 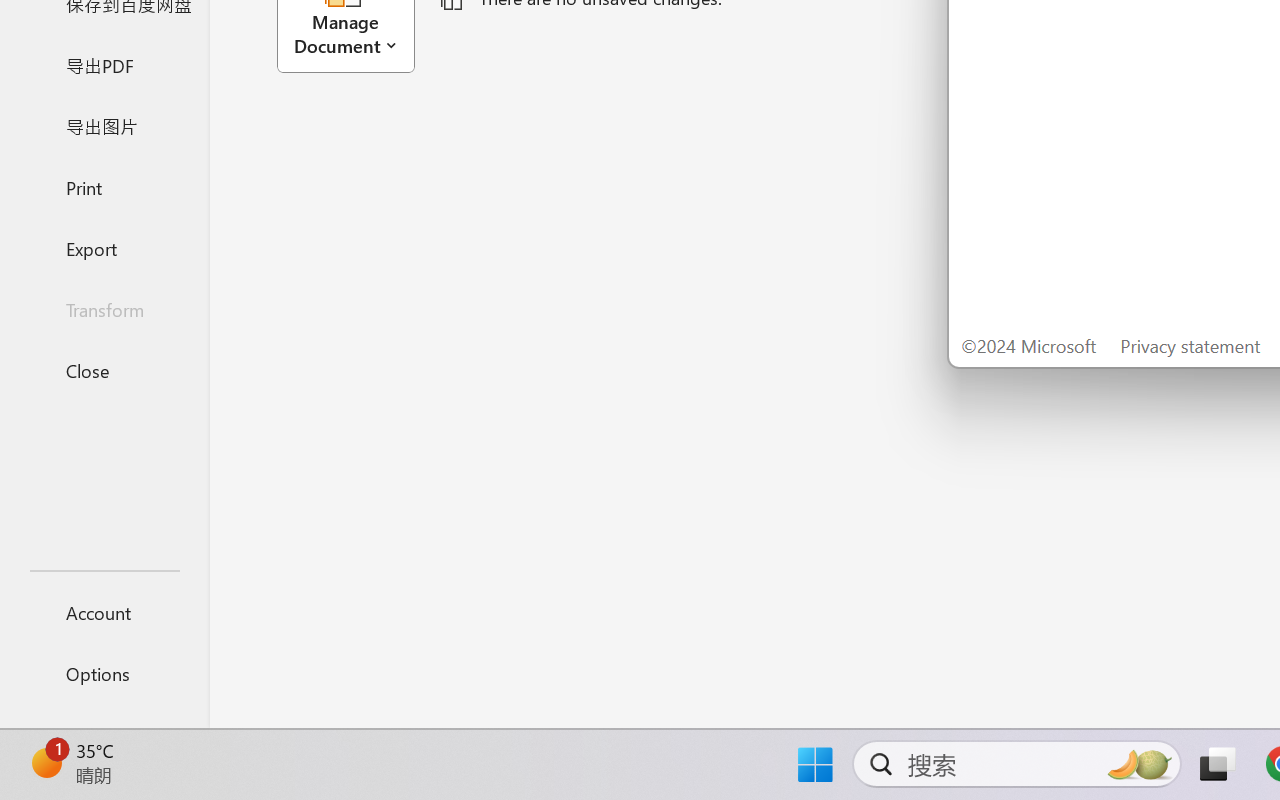 I want to click on 'Transform', so click(x=103, y=308).